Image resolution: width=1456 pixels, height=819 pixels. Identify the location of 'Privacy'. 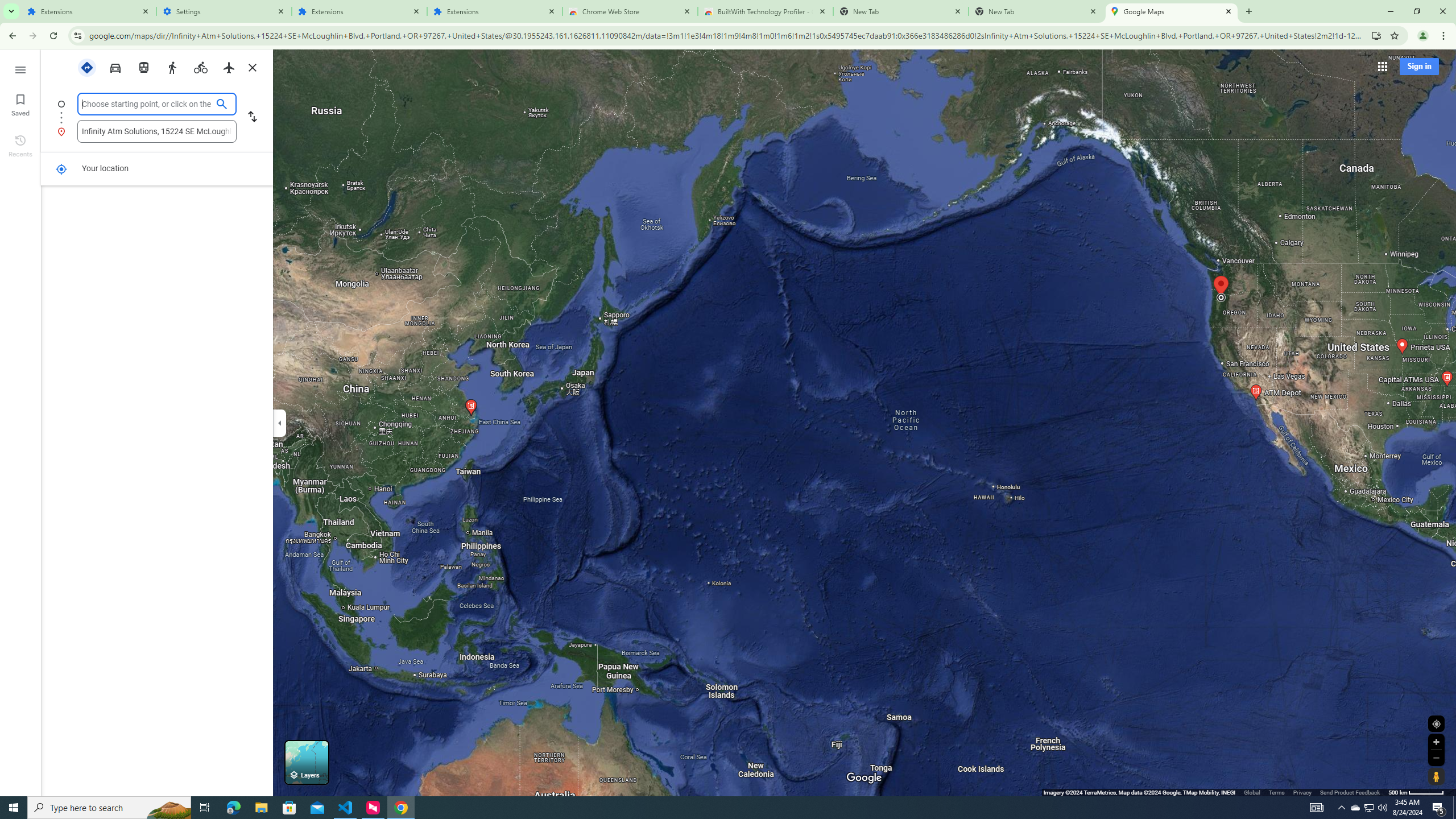
(1301, 792).